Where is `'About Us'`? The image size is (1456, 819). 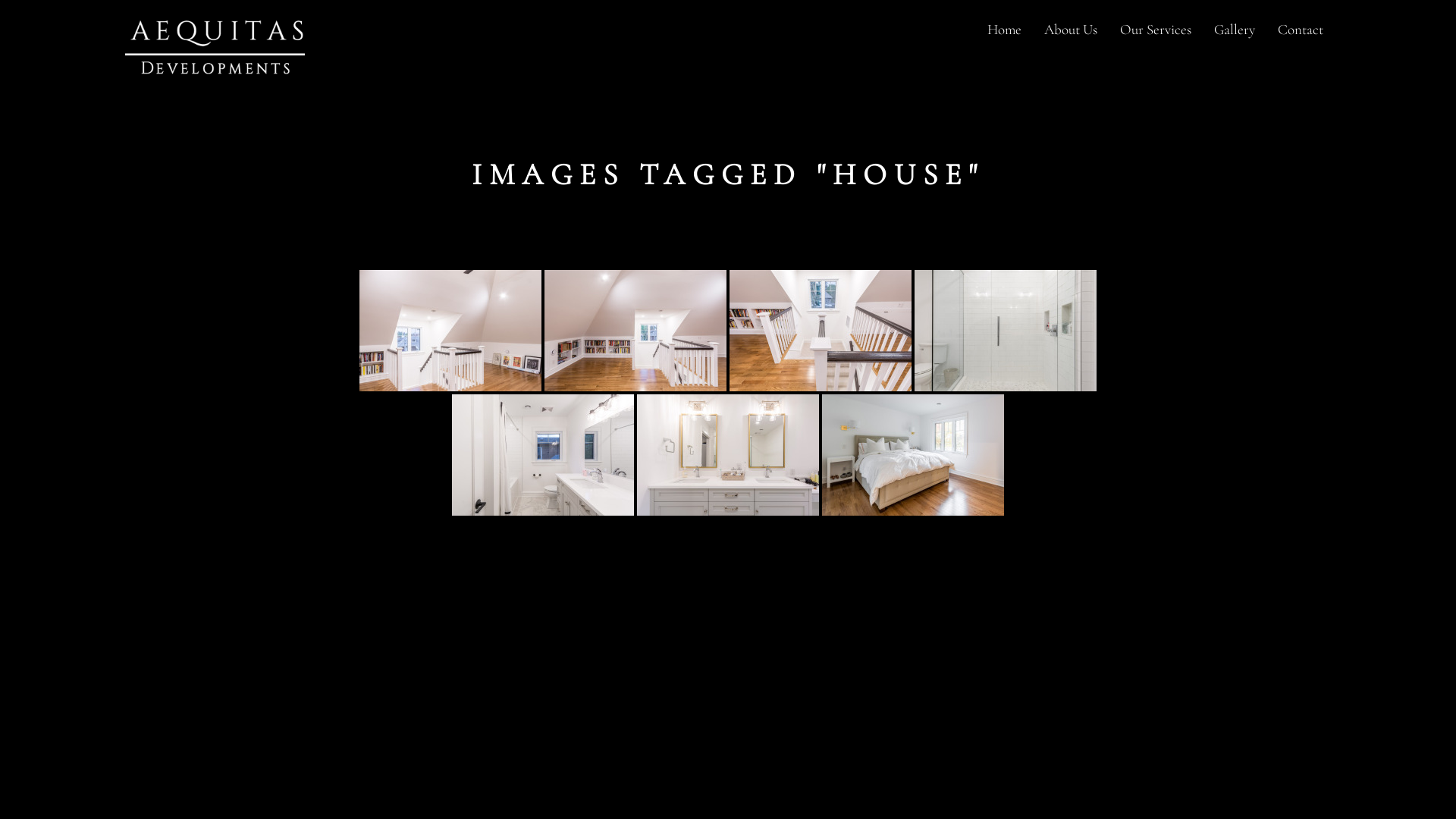
'About Us' is located at coordinates (1069, 30).